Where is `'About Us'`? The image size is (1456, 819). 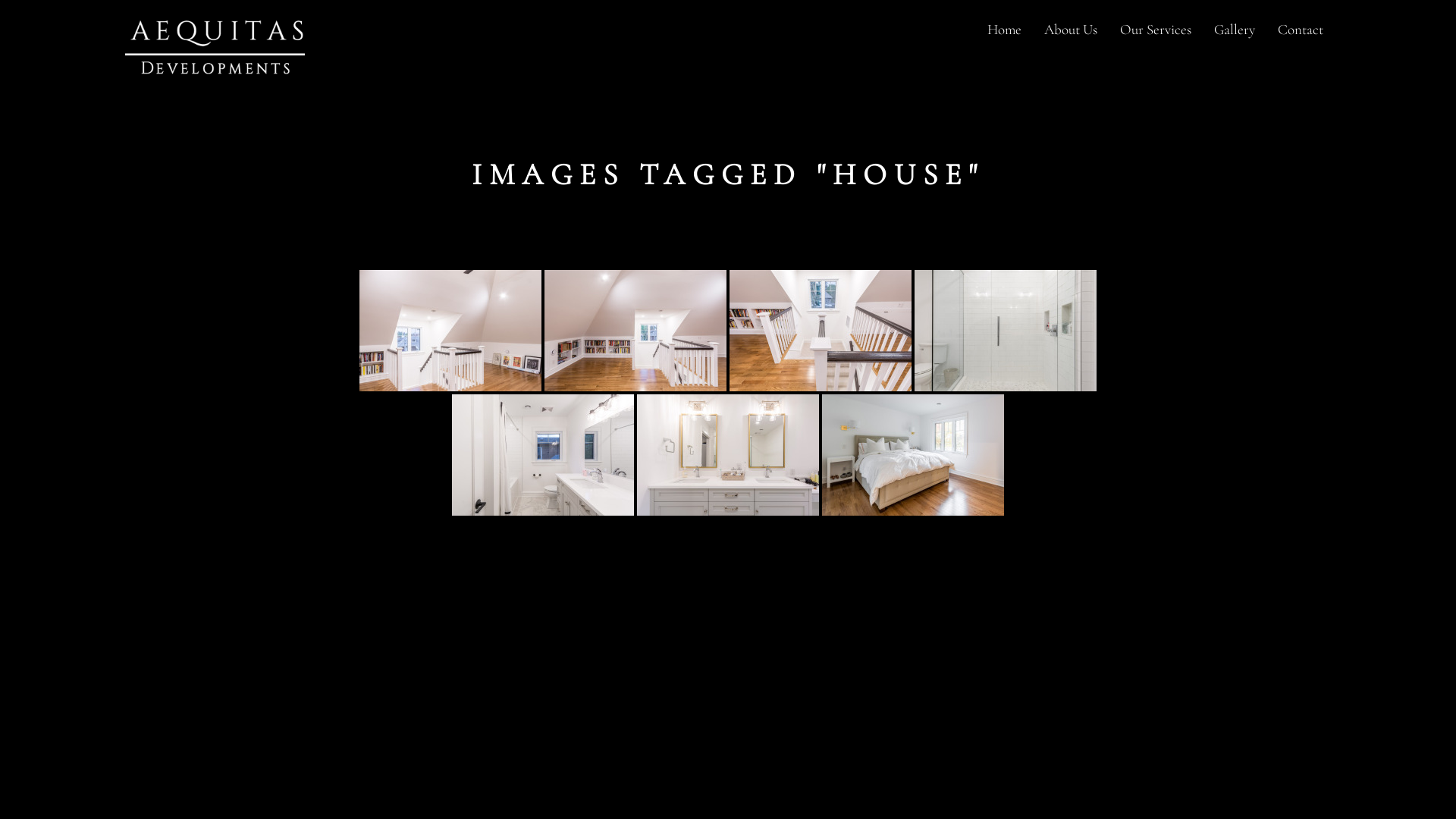
'About Us' is located at coordinates (1069, 30).